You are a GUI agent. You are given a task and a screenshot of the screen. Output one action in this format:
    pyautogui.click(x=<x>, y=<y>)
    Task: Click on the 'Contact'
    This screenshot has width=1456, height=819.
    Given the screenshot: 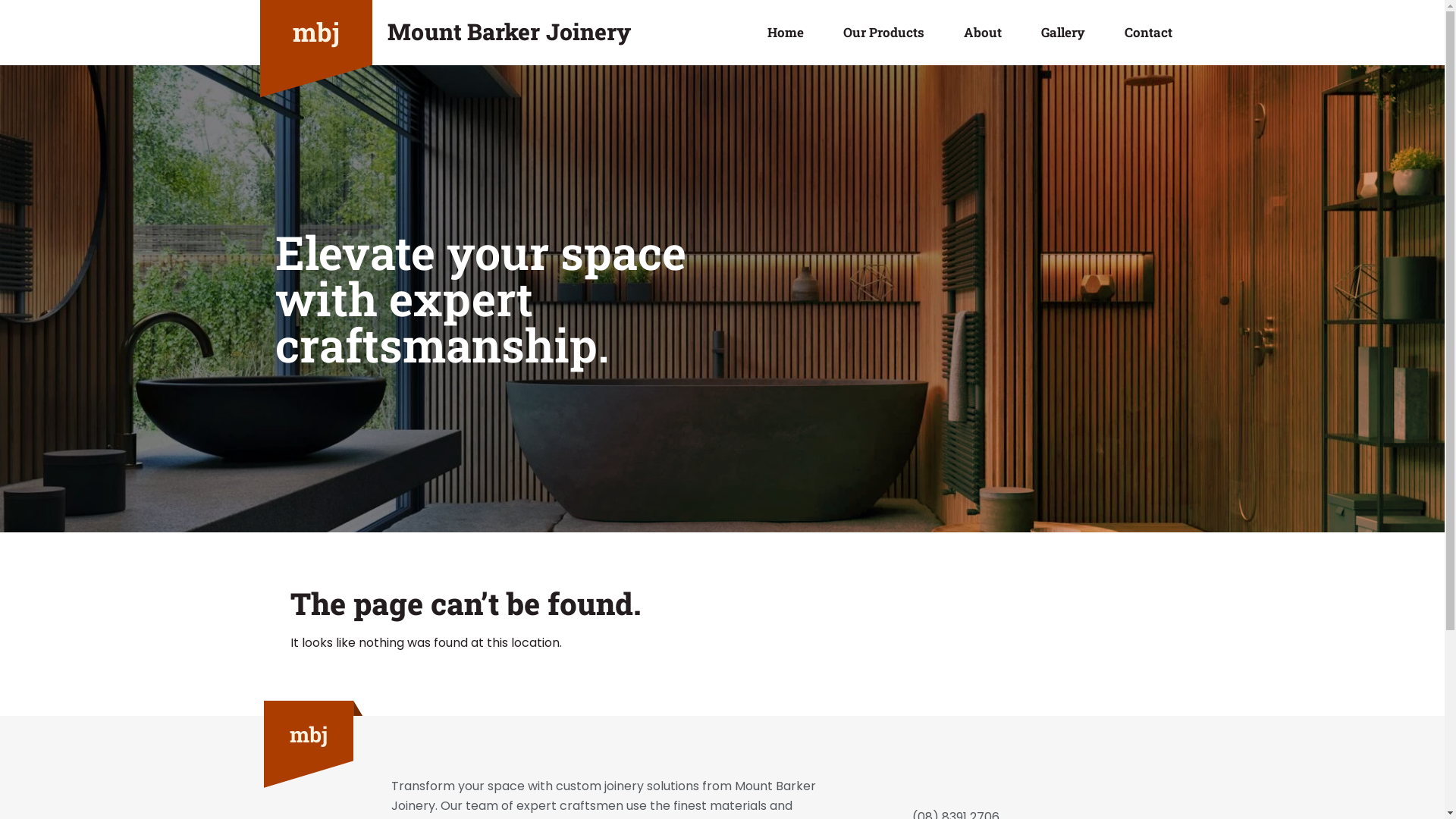 What is the action you would take?
    pyautogui.click(x=1148, y=32)
    